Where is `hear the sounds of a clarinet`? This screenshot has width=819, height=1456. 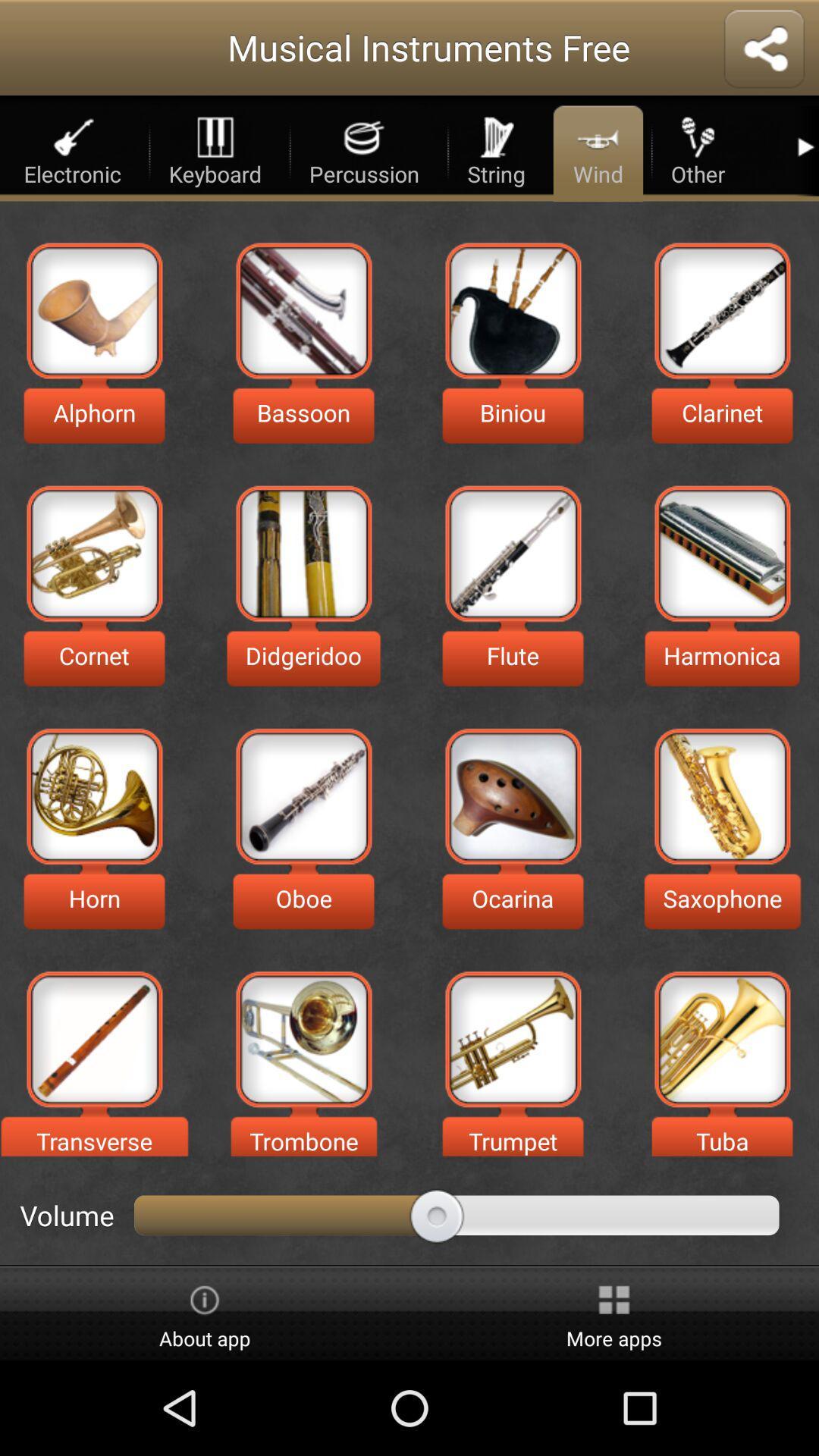 hear the sounds of a clarinet is located at coordinates (721, 309).